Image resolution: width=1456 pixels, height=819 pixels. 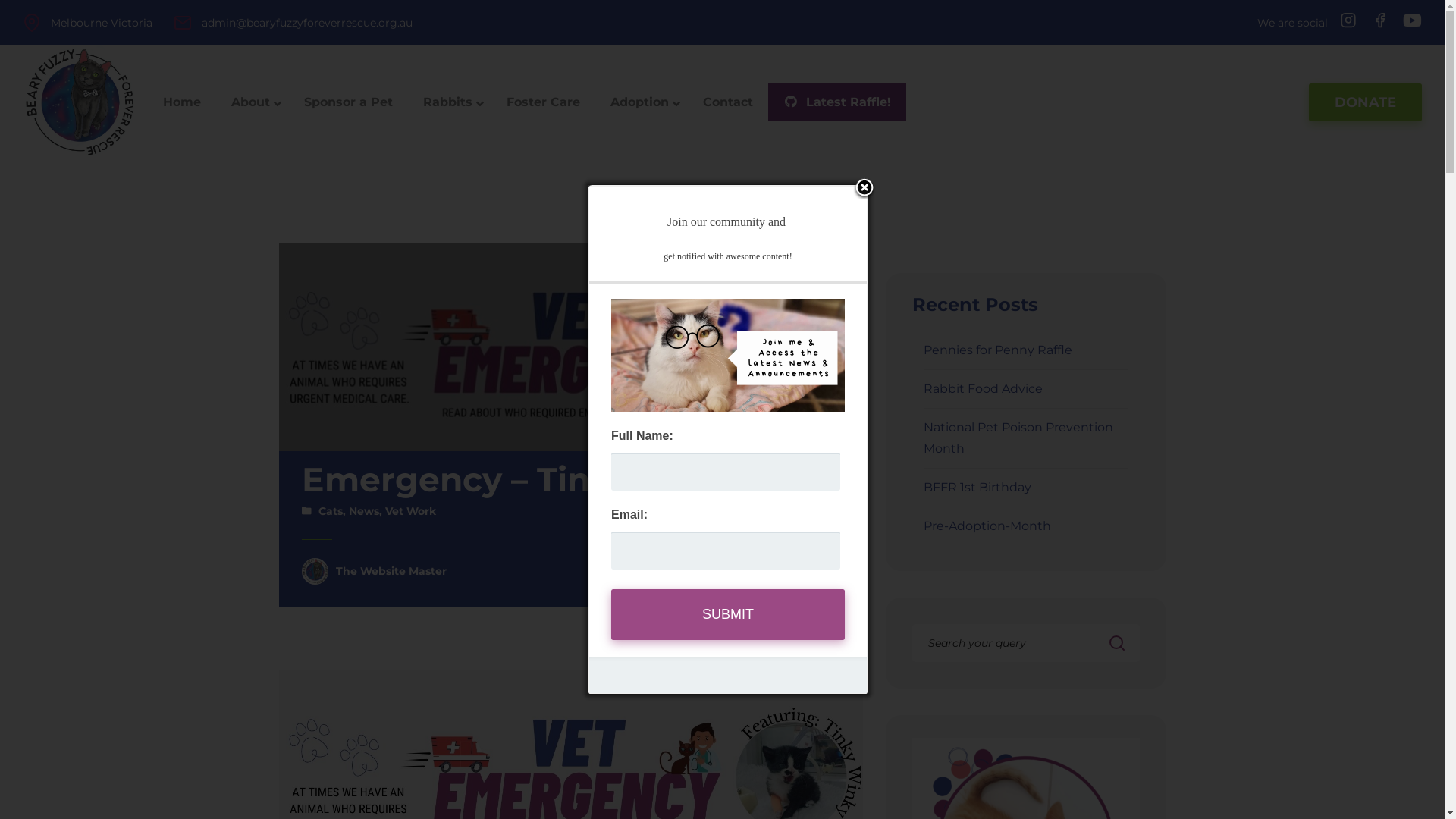 What do you see at coordinates (728, 614) in the screenshot?
I see `'Submit'` at bounding box center [728, 614].